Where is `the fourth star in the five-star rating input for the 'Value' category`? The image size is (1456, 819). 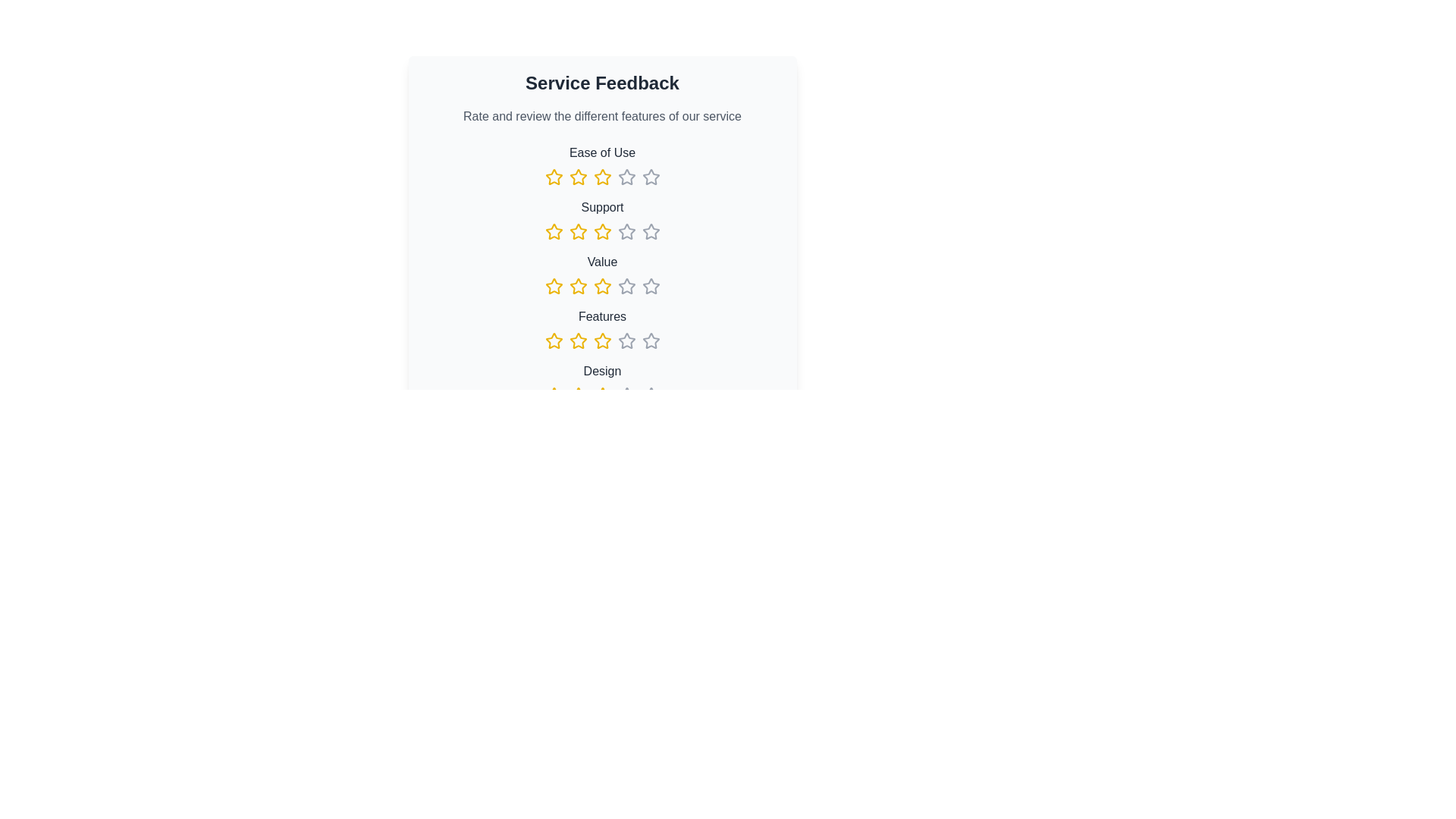 the fourth star in the five-star rating input for the 'Value' category is located at coordinates (651, 286).